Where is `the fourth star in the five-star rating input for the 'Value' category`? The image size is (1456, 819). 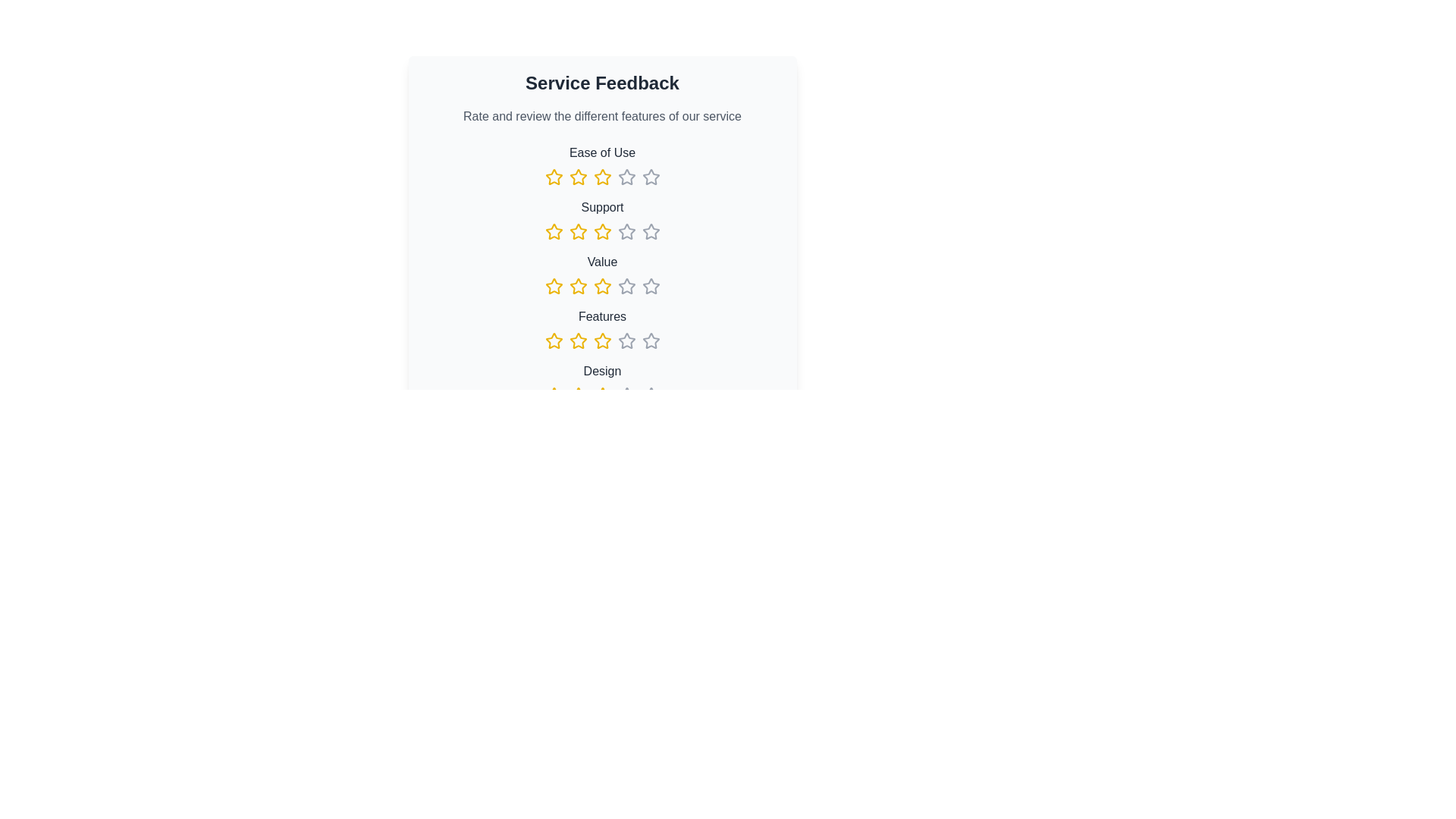 the fourth star in the five-star rating input for the 'Value' category is located at coordinates (651, 286).